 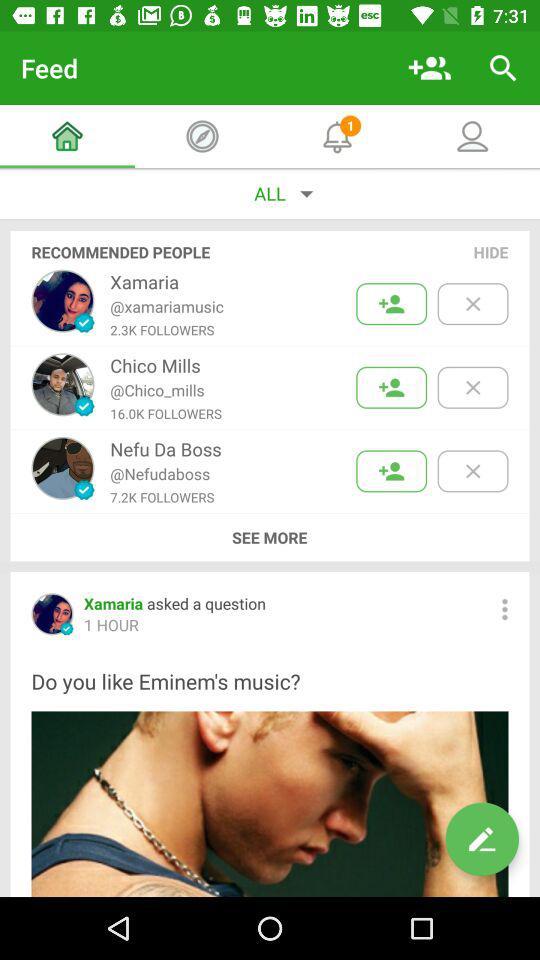 I want to click on hide, so click(x=490, y=251).